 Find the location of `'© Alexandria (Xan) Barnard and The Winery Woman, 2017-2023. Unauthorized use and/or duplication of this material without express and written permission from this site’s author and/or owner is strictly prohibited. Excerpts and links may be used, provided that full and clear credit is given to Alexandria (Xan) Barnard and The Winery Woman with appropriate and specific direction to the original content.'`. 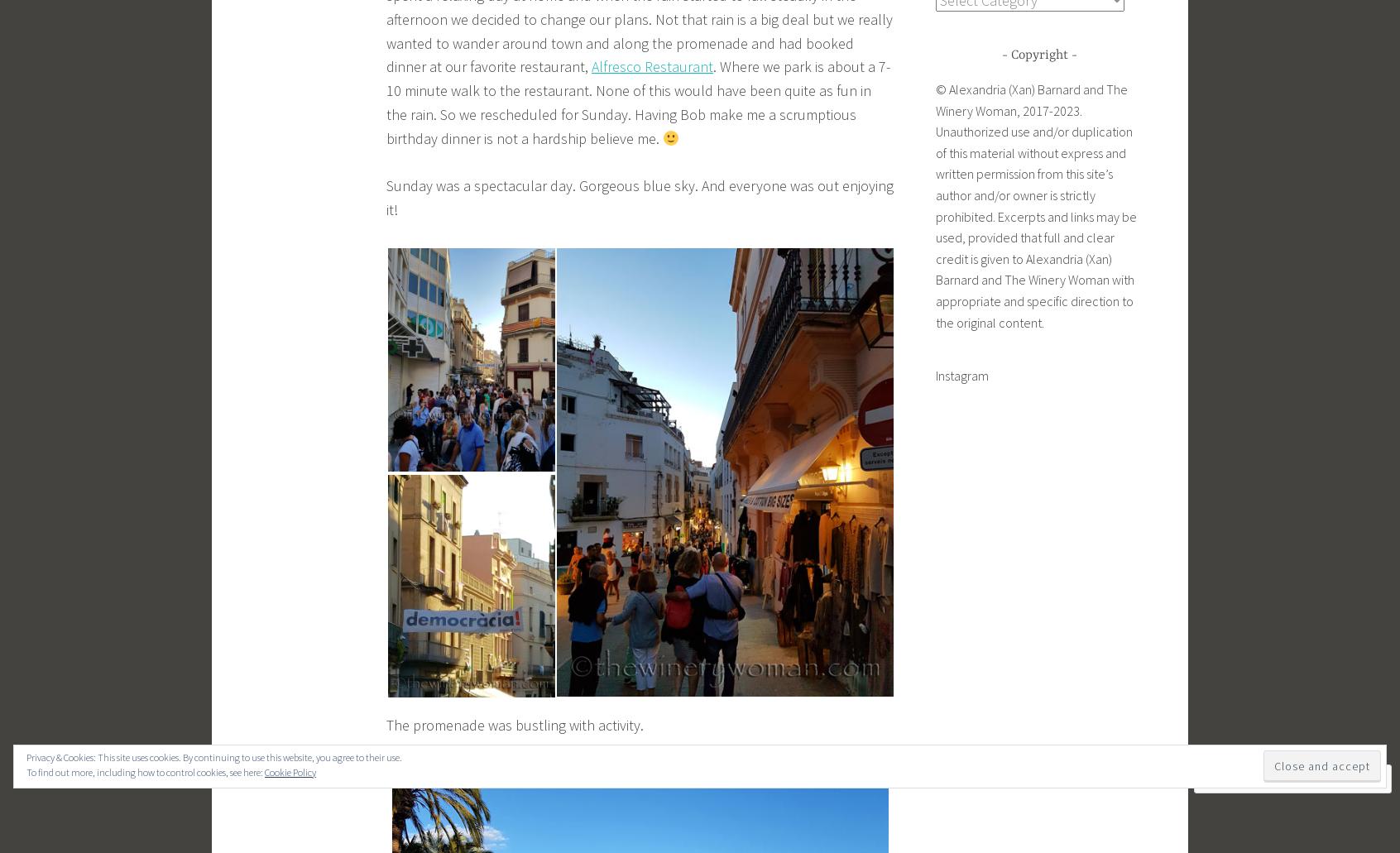

'© Alexandria (Xan) Barnard and The Winery Woman, 2017-2023. Unauthorized use and/or duplication of this material without express and written permission from this site’s author and/or owner is strictly prohibited. Excerpts and links may be used, provided that full and clear credit is given to Alexandria (Xan) Barnard and The Winery Woman with appropriate and specific direction to the original content.' is located at coordinates (1036, 205).